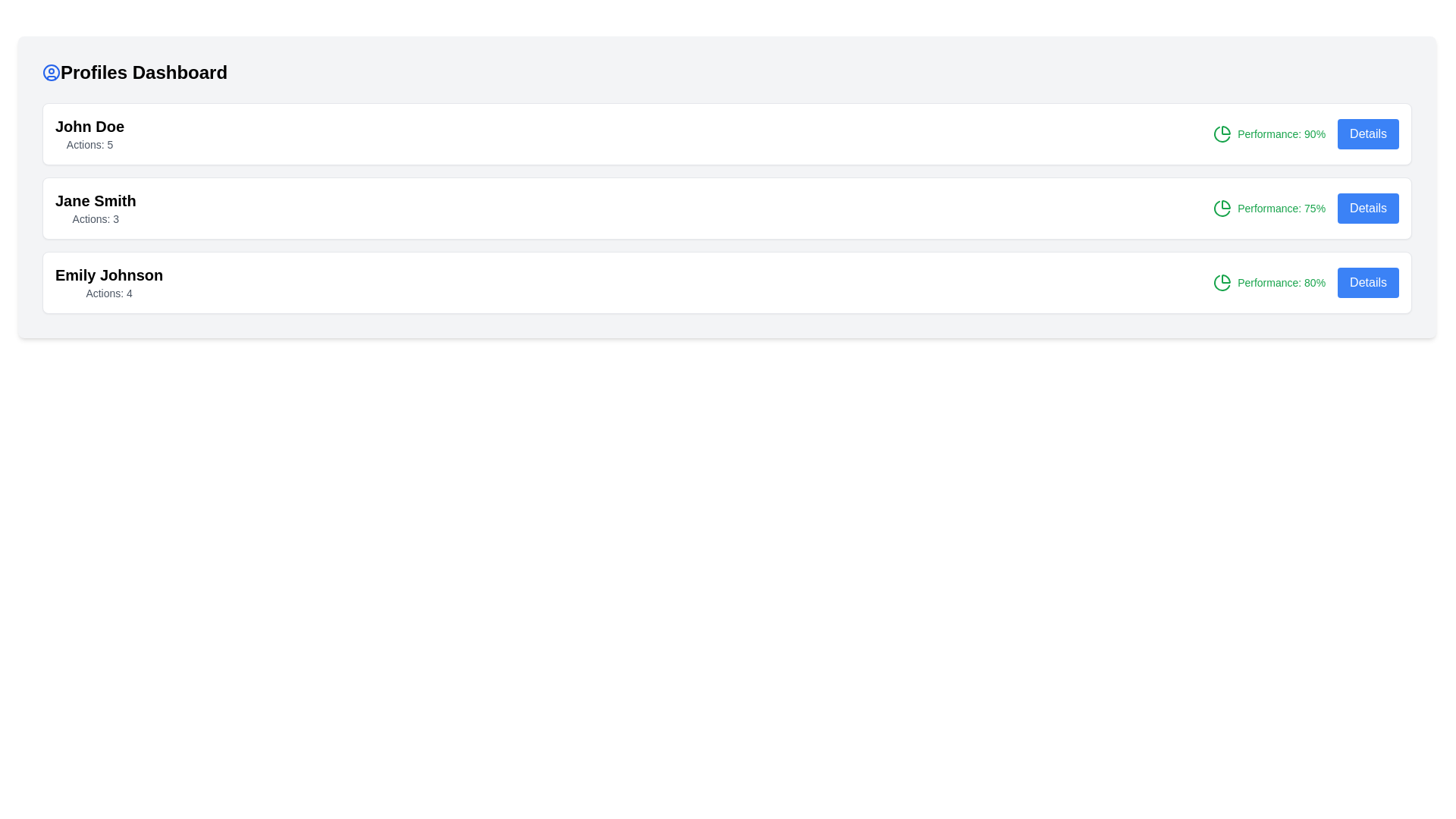 This screenshot has width=1456, height=819. I want to click on the rightmost button in the performance row for Jane Smith, so click(1368, 208).